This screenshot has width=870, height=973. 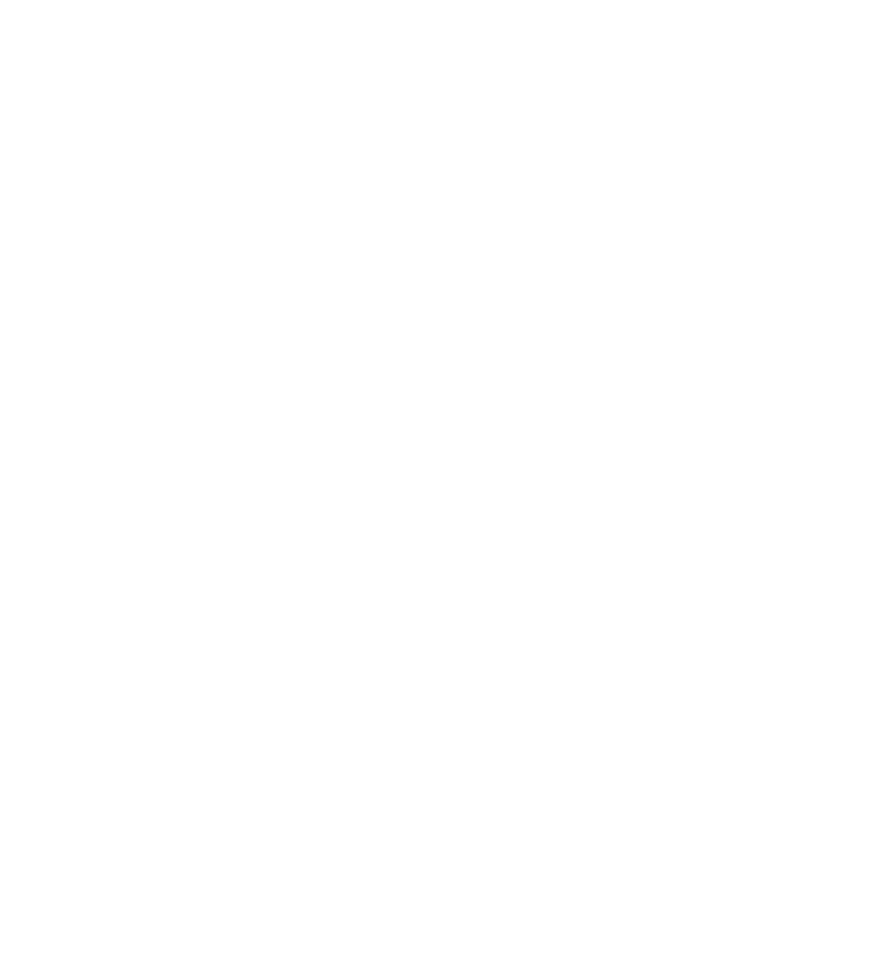 I want to click on 'Seen on the Scene: AES 2023 in Photos', so click(x=207, y=151).